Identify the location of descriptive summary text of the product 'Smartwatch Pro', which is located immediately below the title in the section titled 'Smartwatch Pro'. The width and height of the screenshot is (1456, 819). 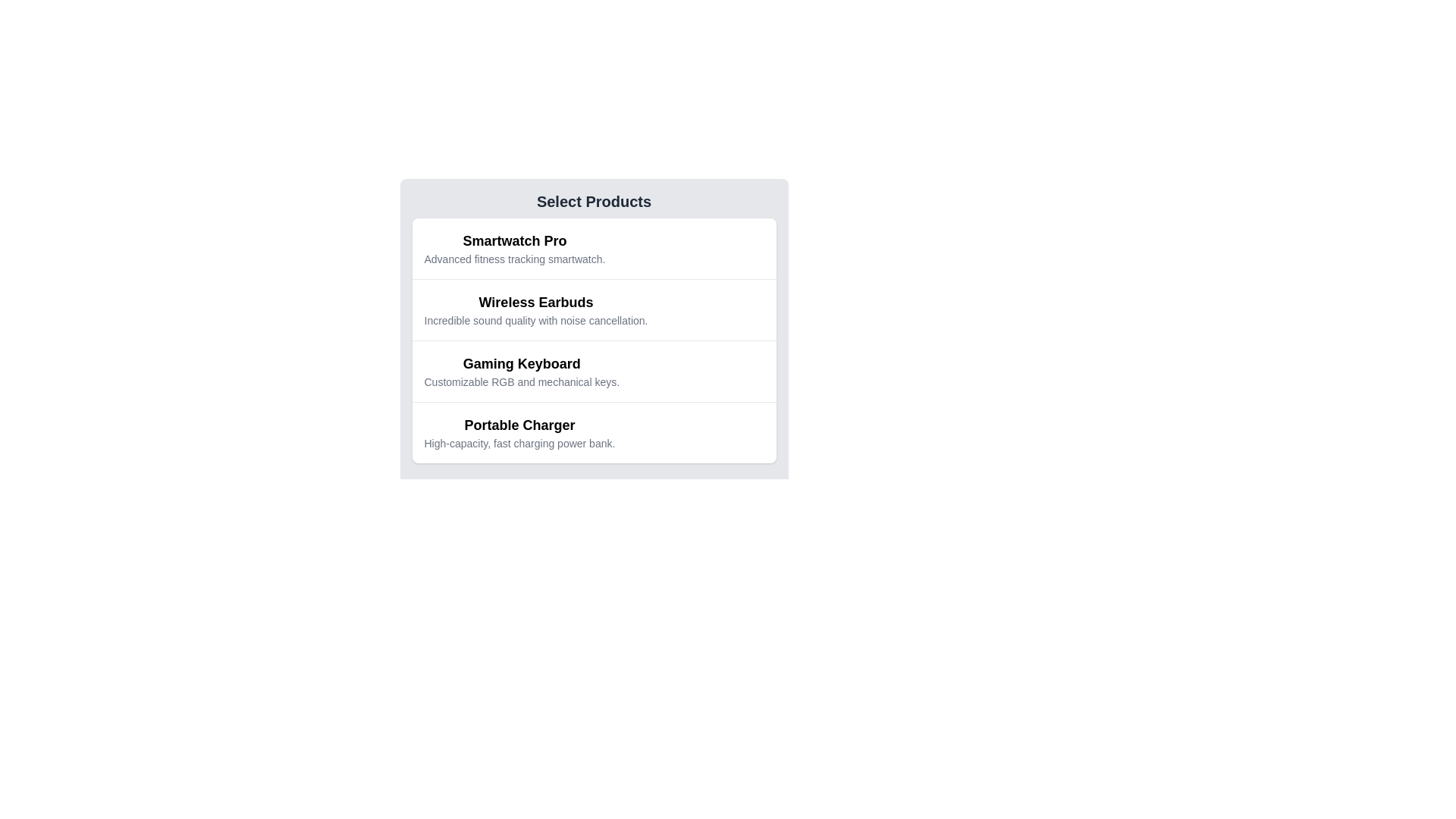
(514, 259).